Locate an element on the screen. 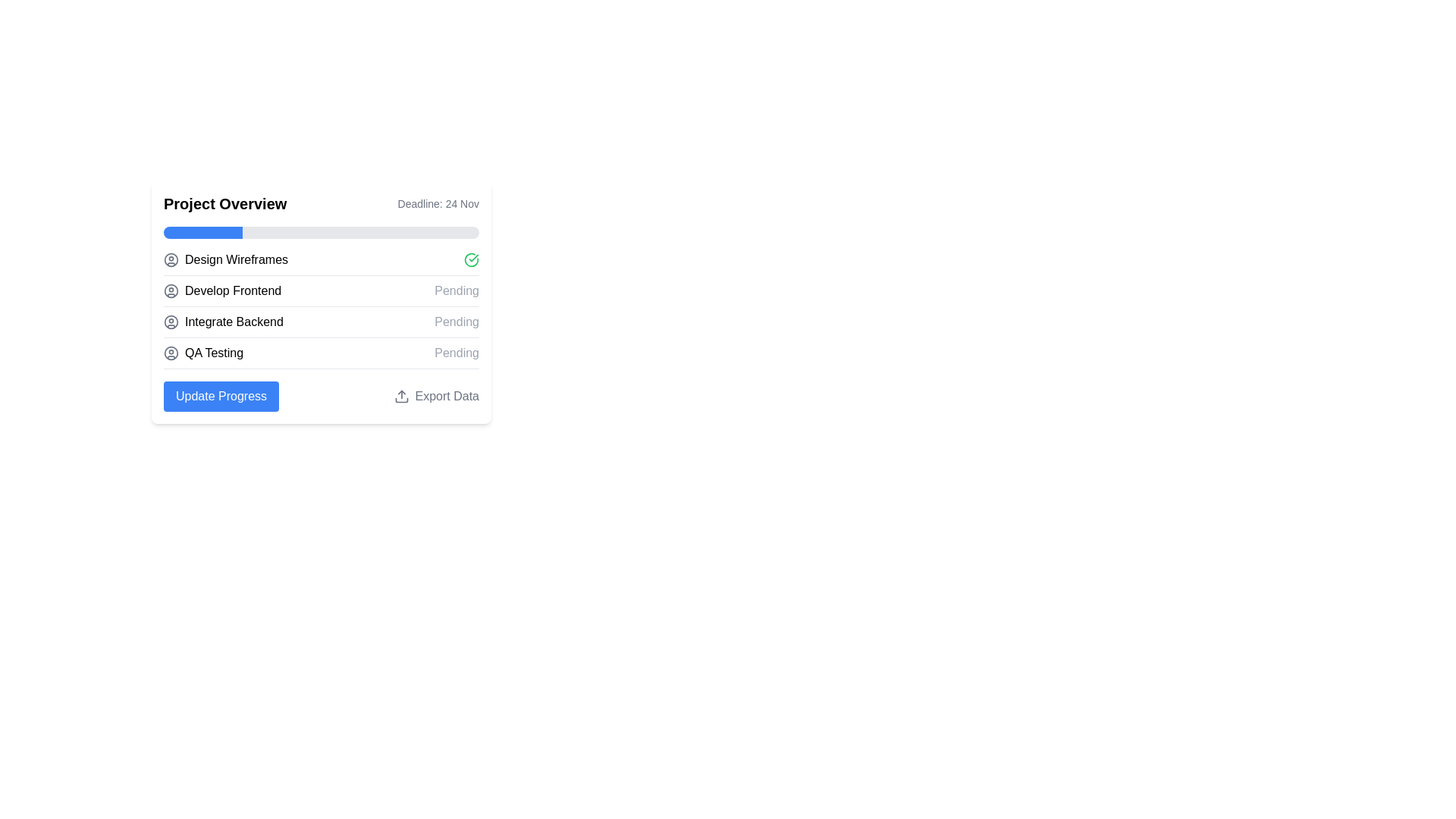 The width and height of the screenshot is (1456, 819). the 'Design Wireframes' task entry in the project management interface is located at coordinates (224, 259).